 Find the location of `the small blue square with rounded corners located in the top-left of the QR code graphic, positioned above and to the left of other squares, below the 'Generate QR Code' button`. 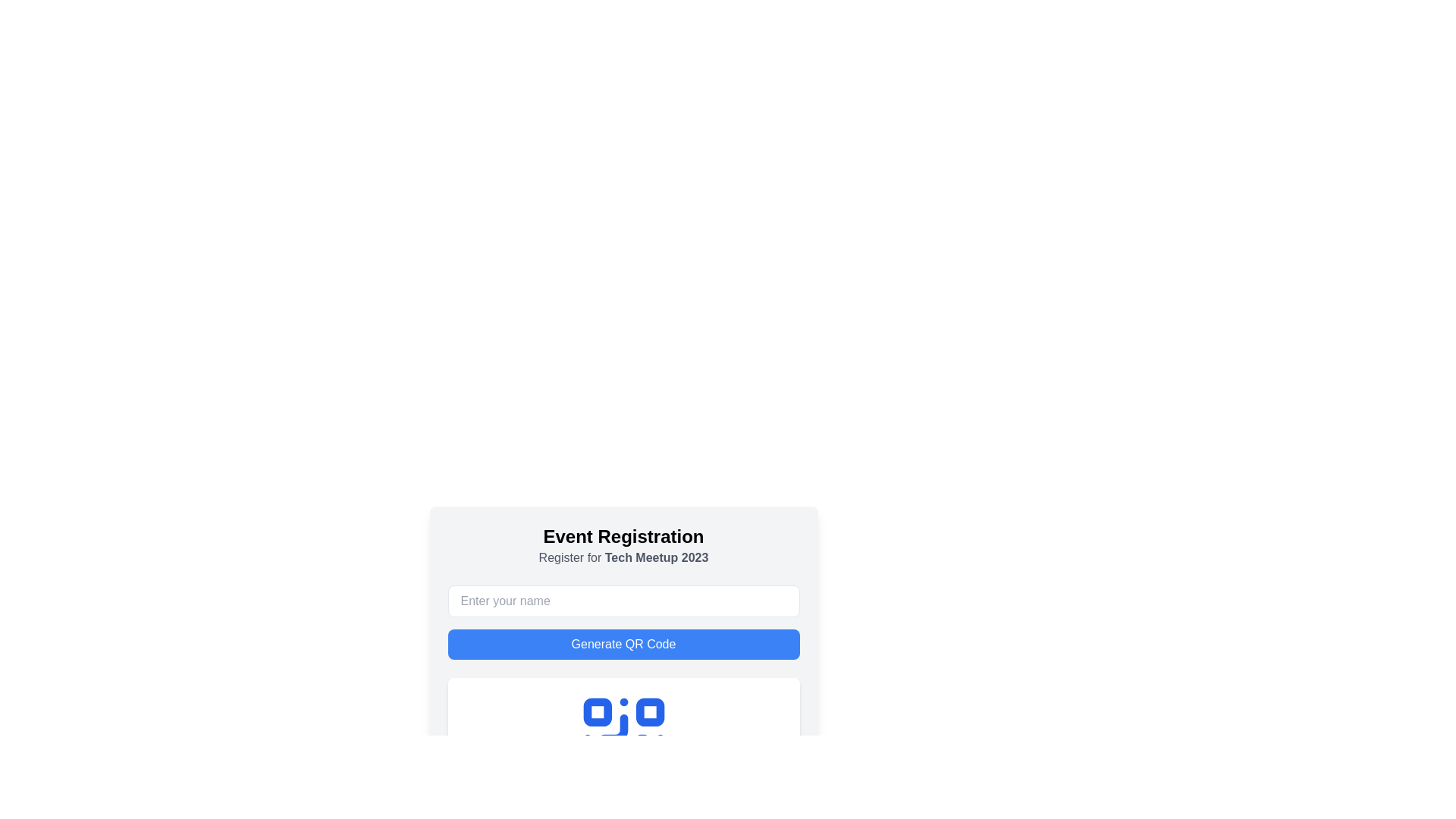

the small blue square with rounded corners located in the top-left of the QR code graphic, positioned above and to the left of other squares, below the 'Generate QR Code' button is located at coordinates (596, 712).